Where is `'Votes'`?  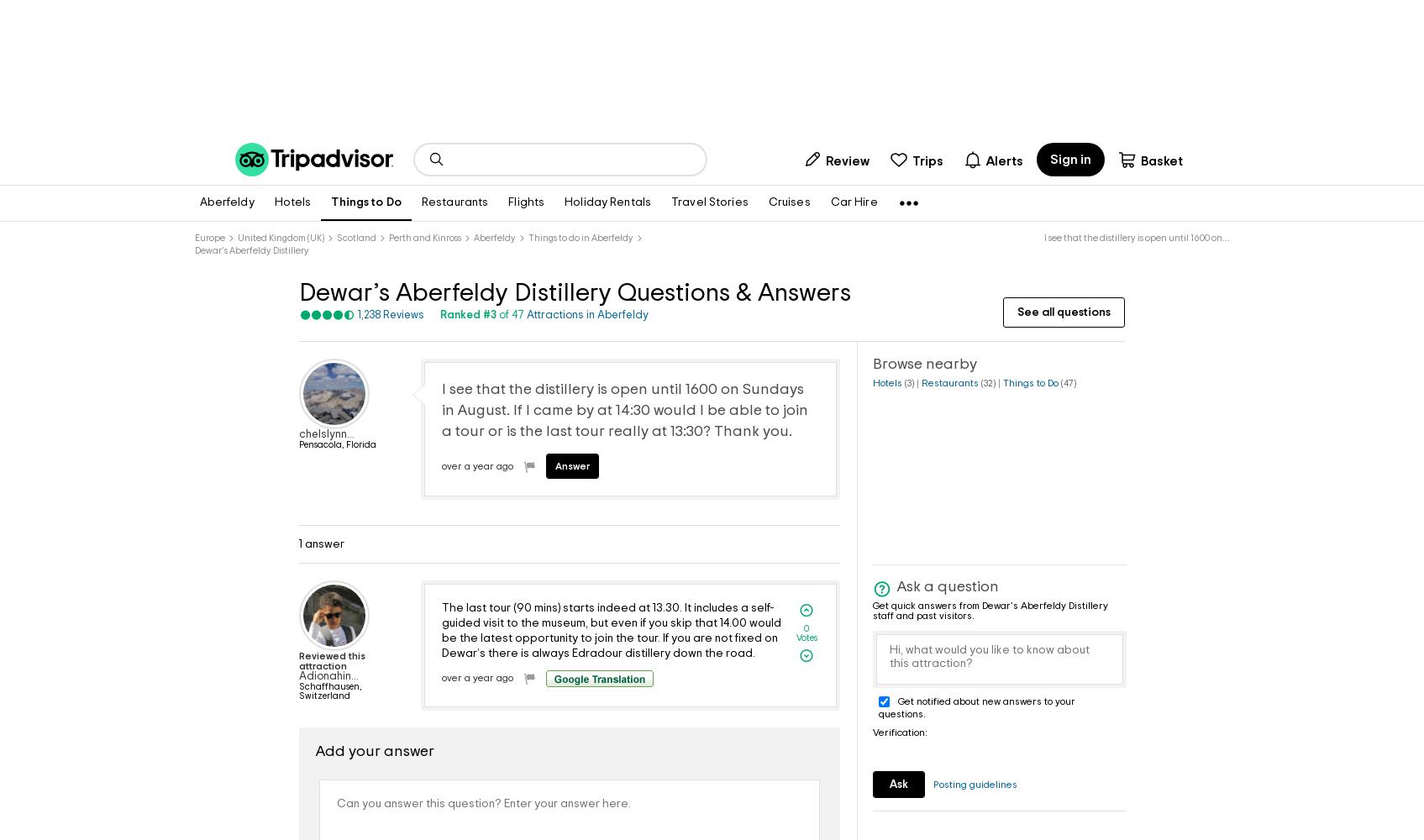
'Votes' is located at coordinates (795, 637).